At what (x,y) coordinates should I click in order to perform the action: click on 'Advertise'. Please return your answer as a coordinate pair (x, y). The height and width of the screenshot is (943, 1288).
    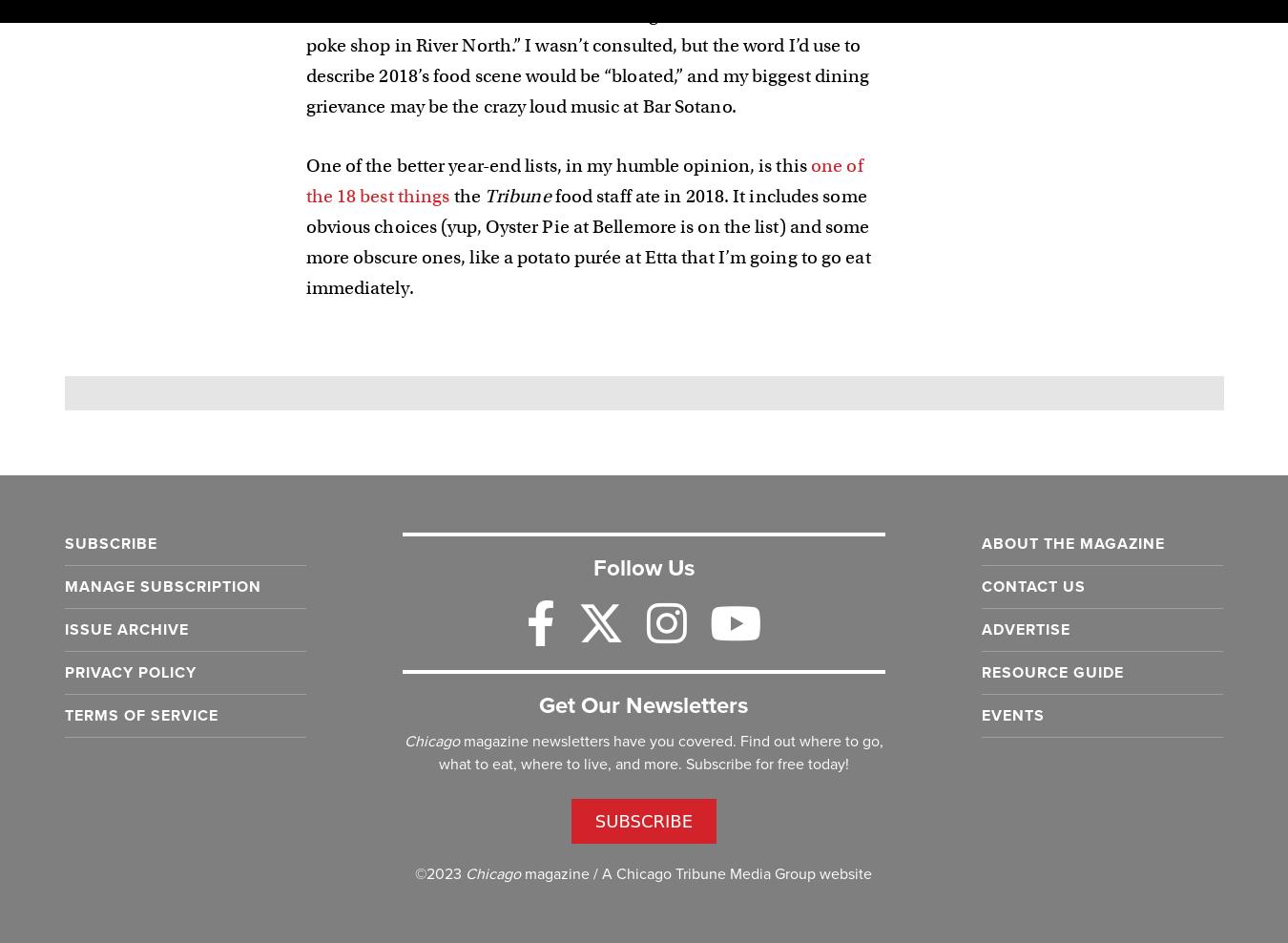
    Looking at the image, I should click on (1026, 627).